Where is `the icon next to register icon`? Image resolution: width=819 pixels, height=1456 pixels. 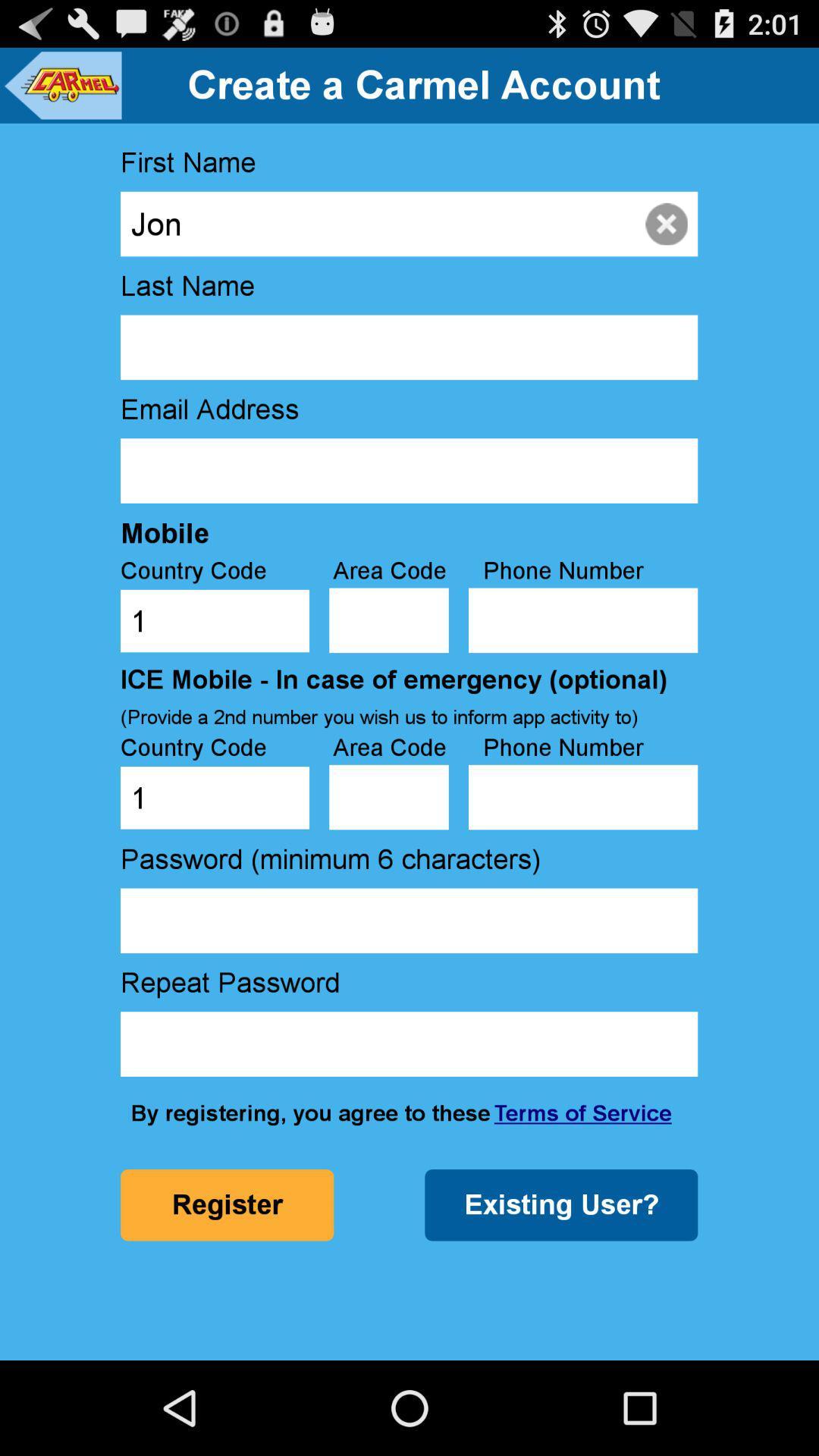
the icon next to register icon is located at coordinates (561, 1204).